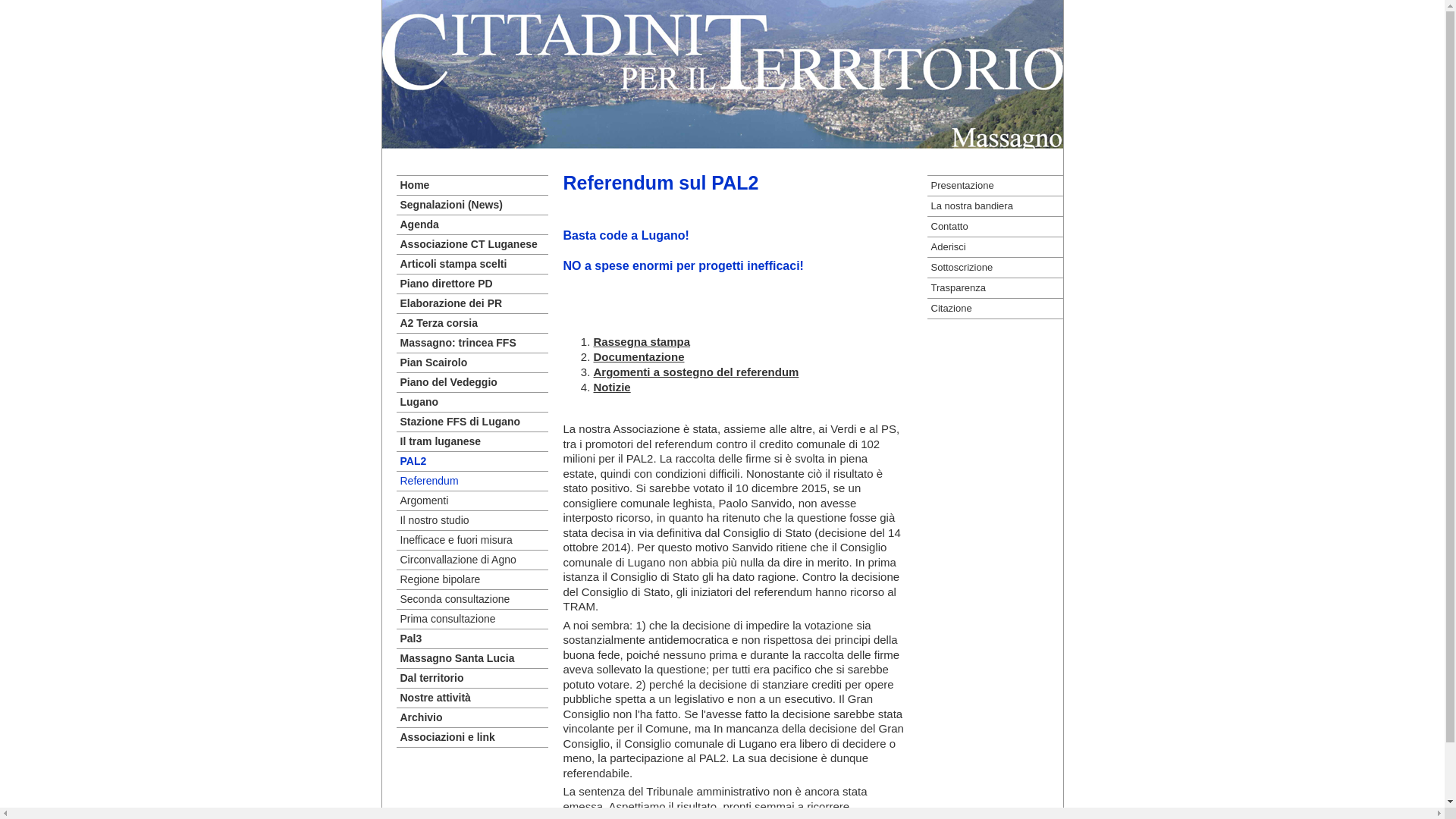  I want to click on 'Agenda', so click(471, 224).